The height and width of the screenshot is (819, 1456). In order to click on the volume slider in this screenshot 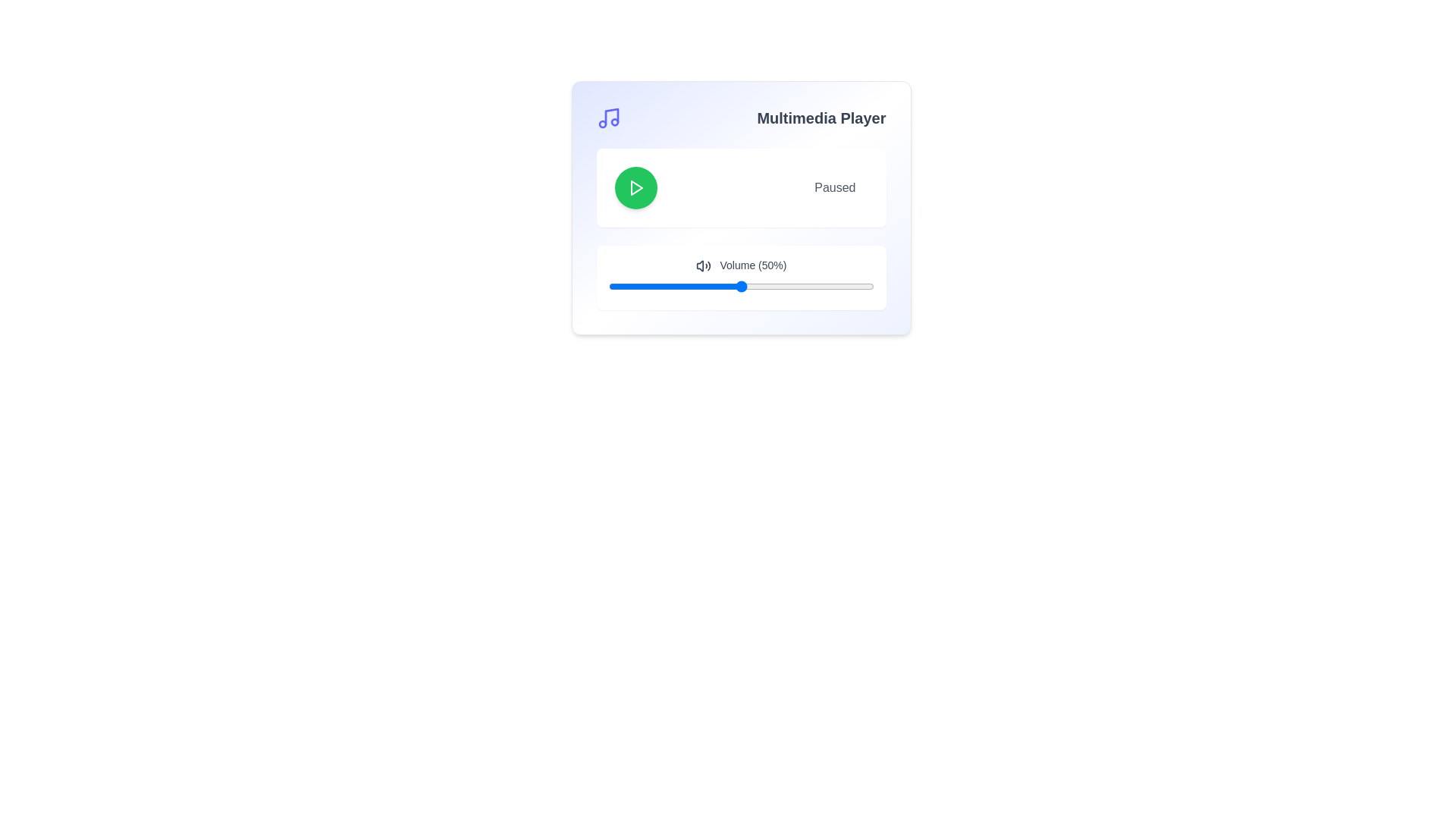, I will do `click(643, 287)`.